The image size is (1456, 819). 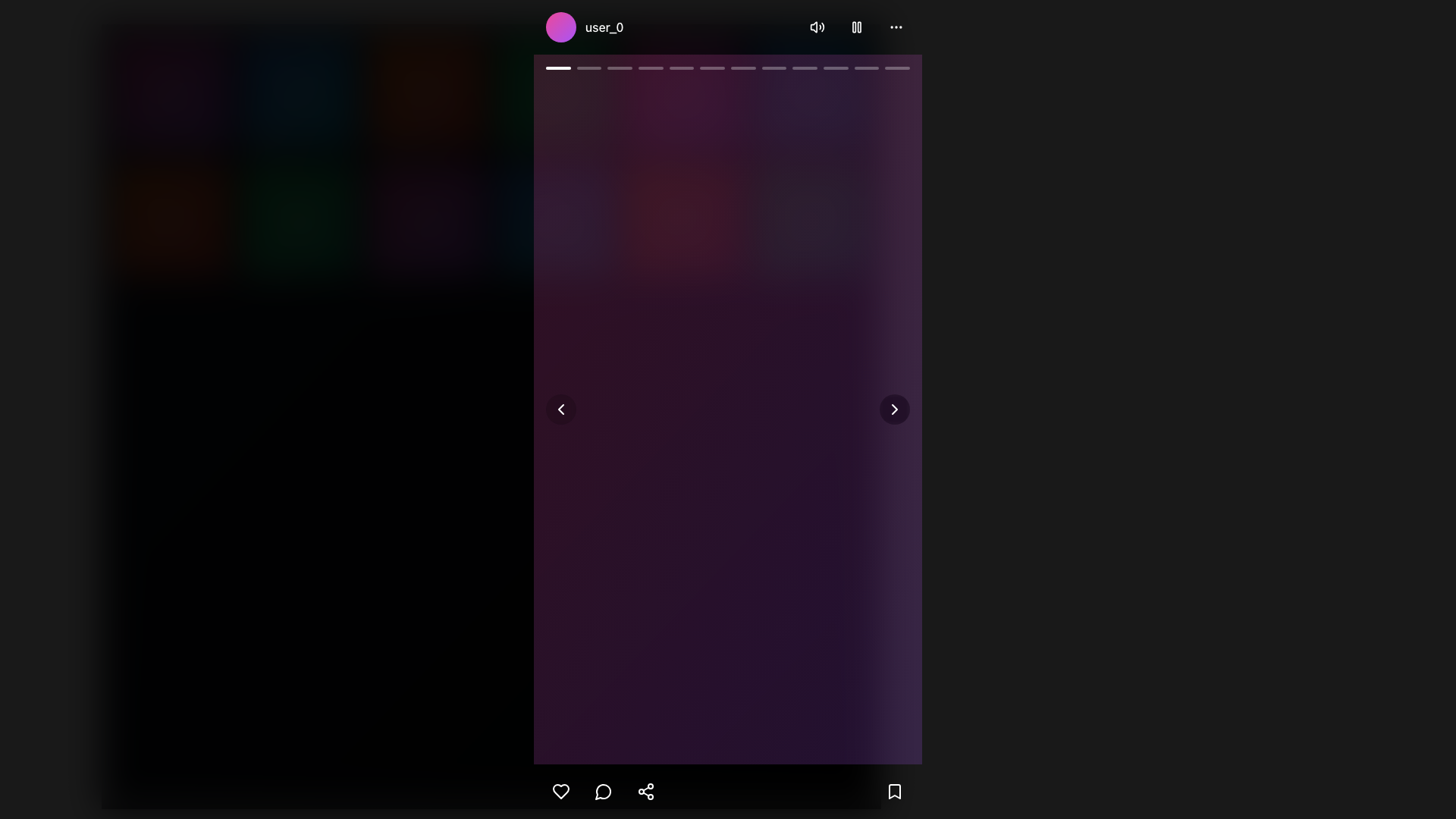 What do you see at coordinates (866, 67) in the screenshot?
I see `the eleventh progress indicator in a sequence of twelve similar horizontal bars located at the top right of the interface` at bounding box center [866, 67].